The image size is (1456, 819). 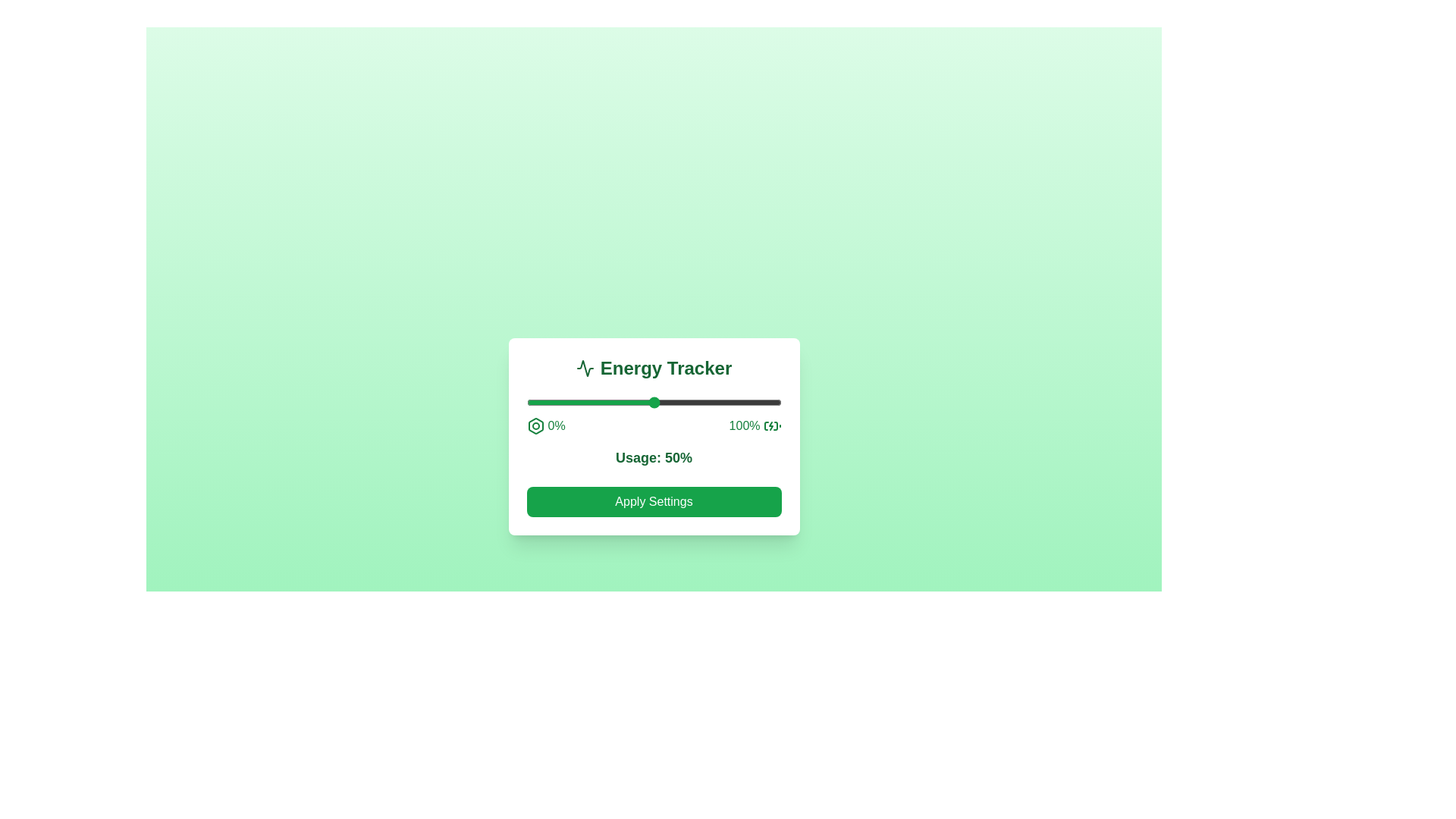 What do you see at coordinates (535, 426) in the screenshot?
I see `the icon near the slider representing 0% energy usage` at bounding box center [535, 426].